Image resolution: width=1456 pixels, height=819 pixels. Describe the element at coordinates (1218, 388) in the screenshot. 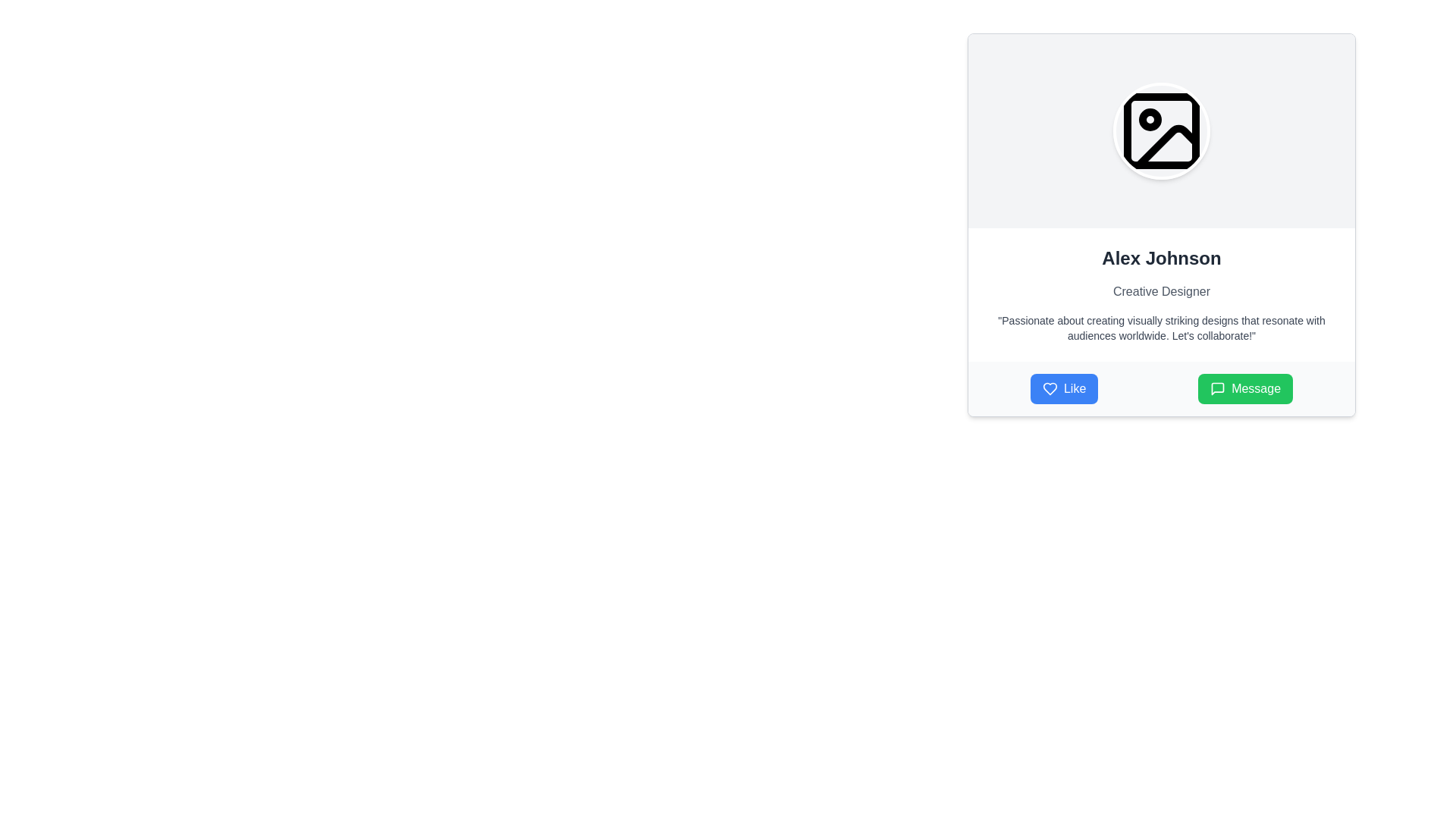

I see `the visual representation of the messaging icon located inside the green 'Message' button at the bottom-right section of the user profile card` at that location.